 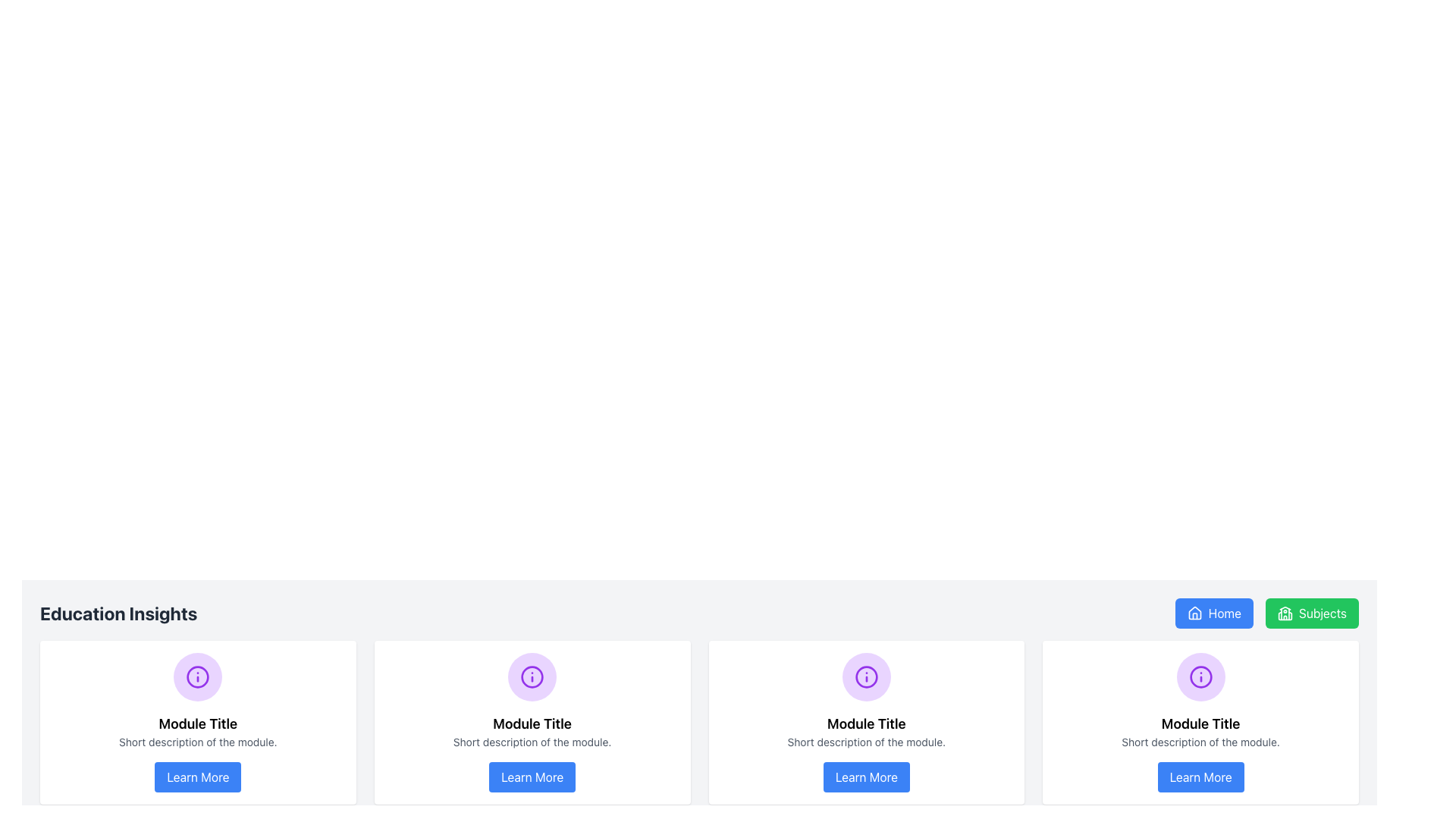 I want to click on the circular icon with a purple outline and 'i' symbol inside, located on the right end of the horizontal row of module cards under the 'Education Insights' heading, so click(x=1200, y=676).